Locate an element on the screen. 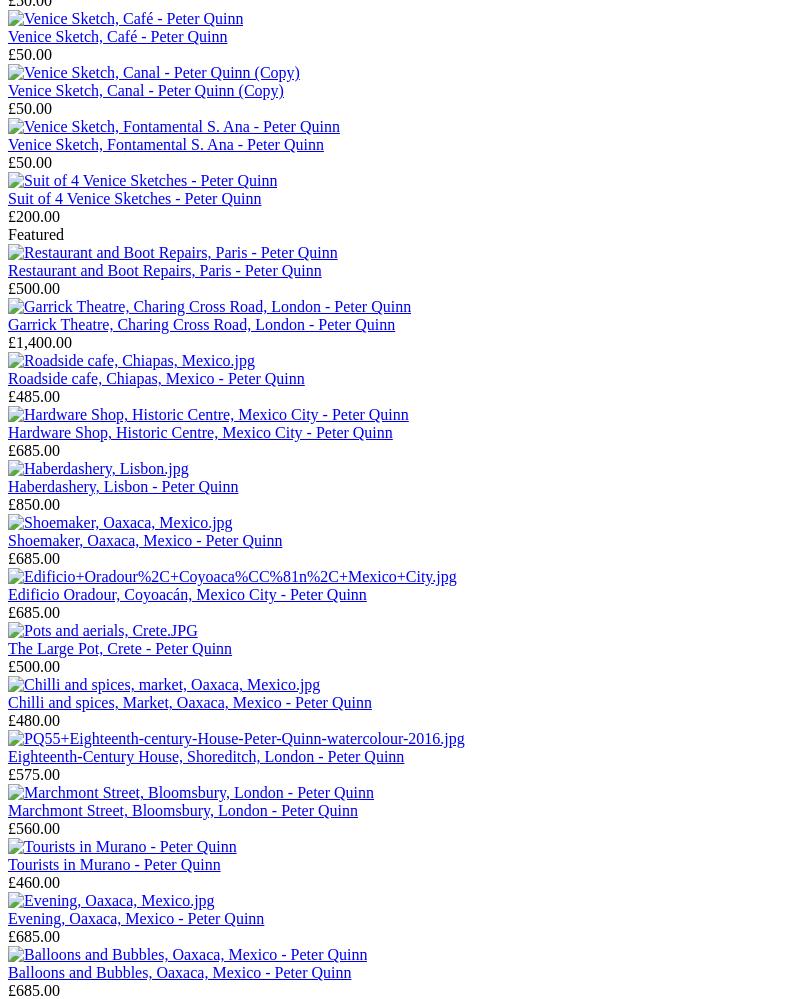 This screenshot has width=800, height=999. '£1,400.00' is located at coordinates (39, 342).